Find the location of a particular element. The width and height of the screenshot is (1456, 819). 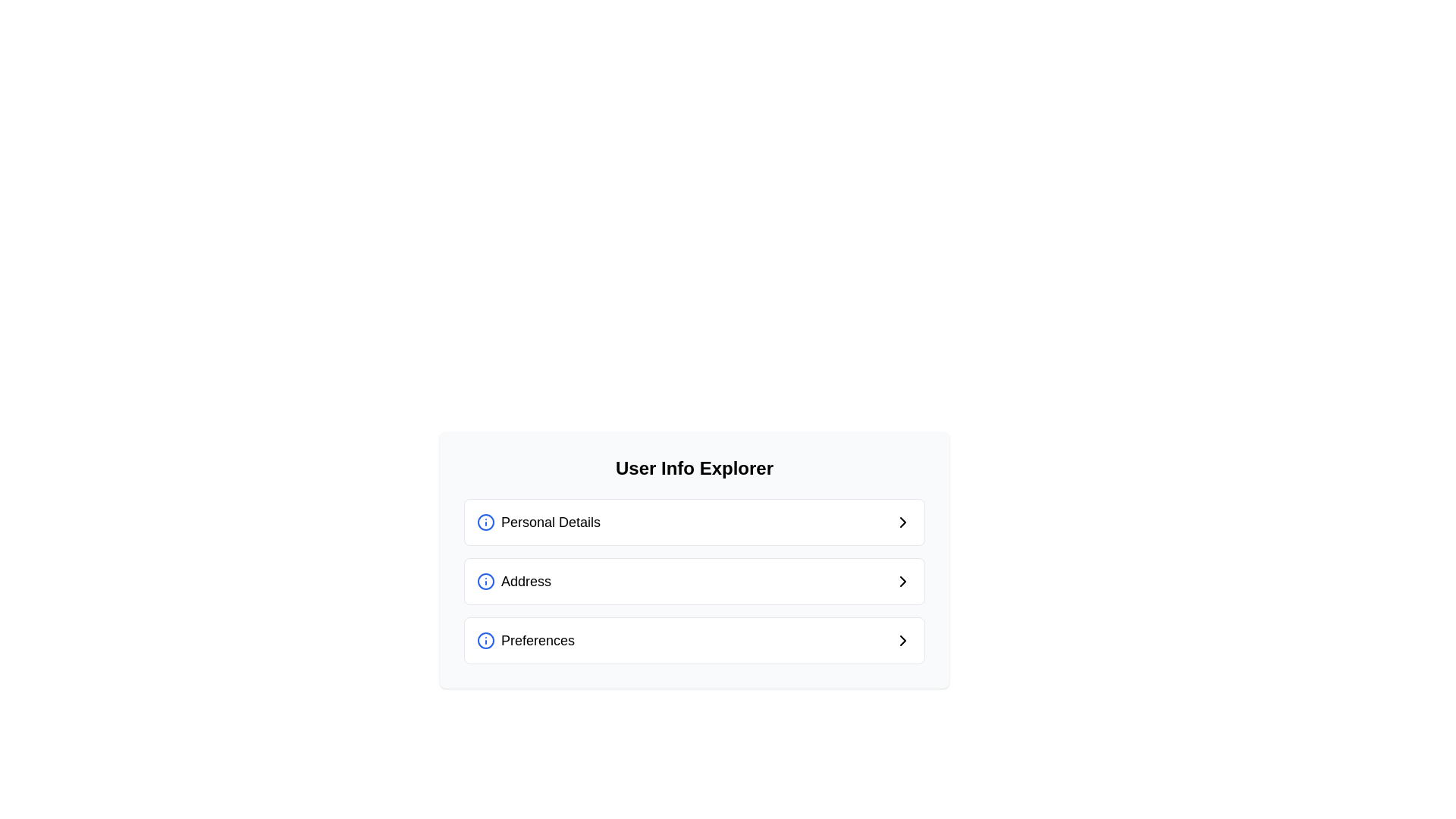

the rightward-pointing chevron arrow icon located on the far right of the 'Personal Details' section within the 'User Info Explorer' card interface is located at coordinates (902, 522).